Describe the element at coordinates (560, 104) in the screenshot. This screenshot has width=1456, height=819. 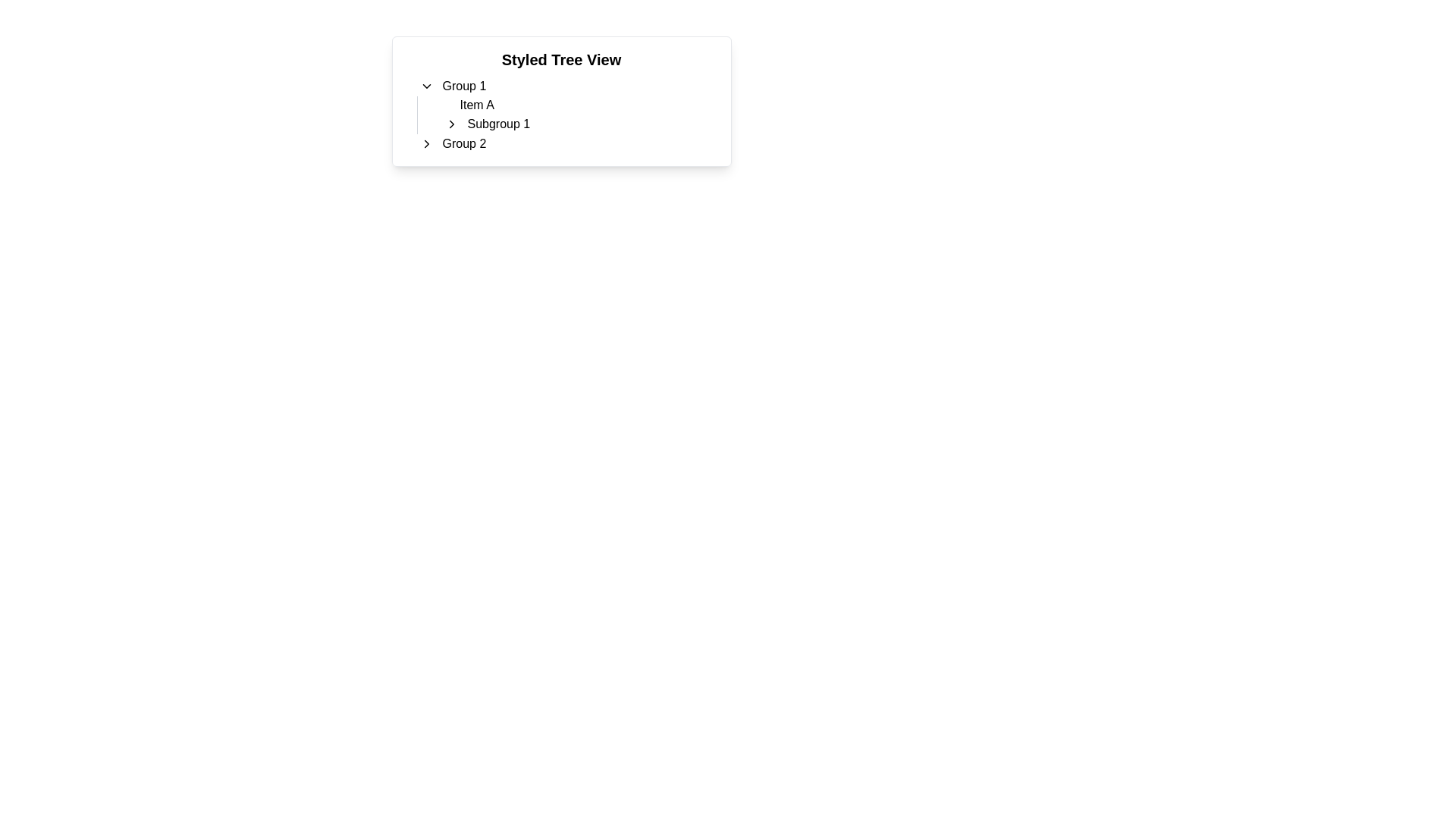
I see `the Tree Node labeled 'Group 1', 'Item A', and 'Subgroup 1', which is the first element in the hierarchical listing interface` at that location.